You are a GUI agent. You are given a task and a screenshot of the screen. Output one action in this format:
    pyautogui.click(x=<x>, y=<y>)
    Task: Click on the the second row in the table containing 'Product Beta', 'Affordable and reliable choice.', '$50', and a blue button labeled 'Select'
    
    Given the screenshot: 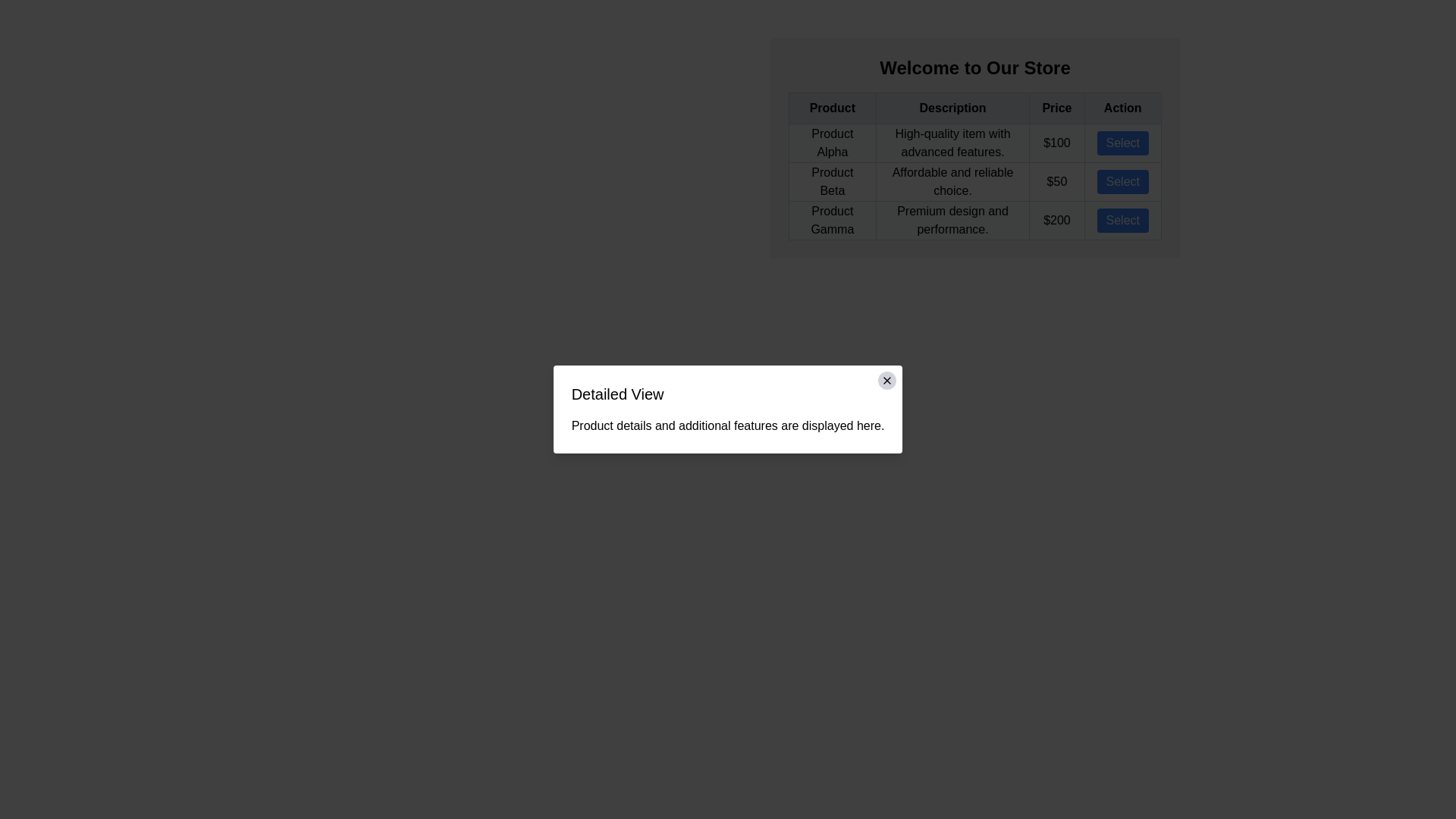 What is the action you would take?
    pyautogui.click(x=975, y=180)
    